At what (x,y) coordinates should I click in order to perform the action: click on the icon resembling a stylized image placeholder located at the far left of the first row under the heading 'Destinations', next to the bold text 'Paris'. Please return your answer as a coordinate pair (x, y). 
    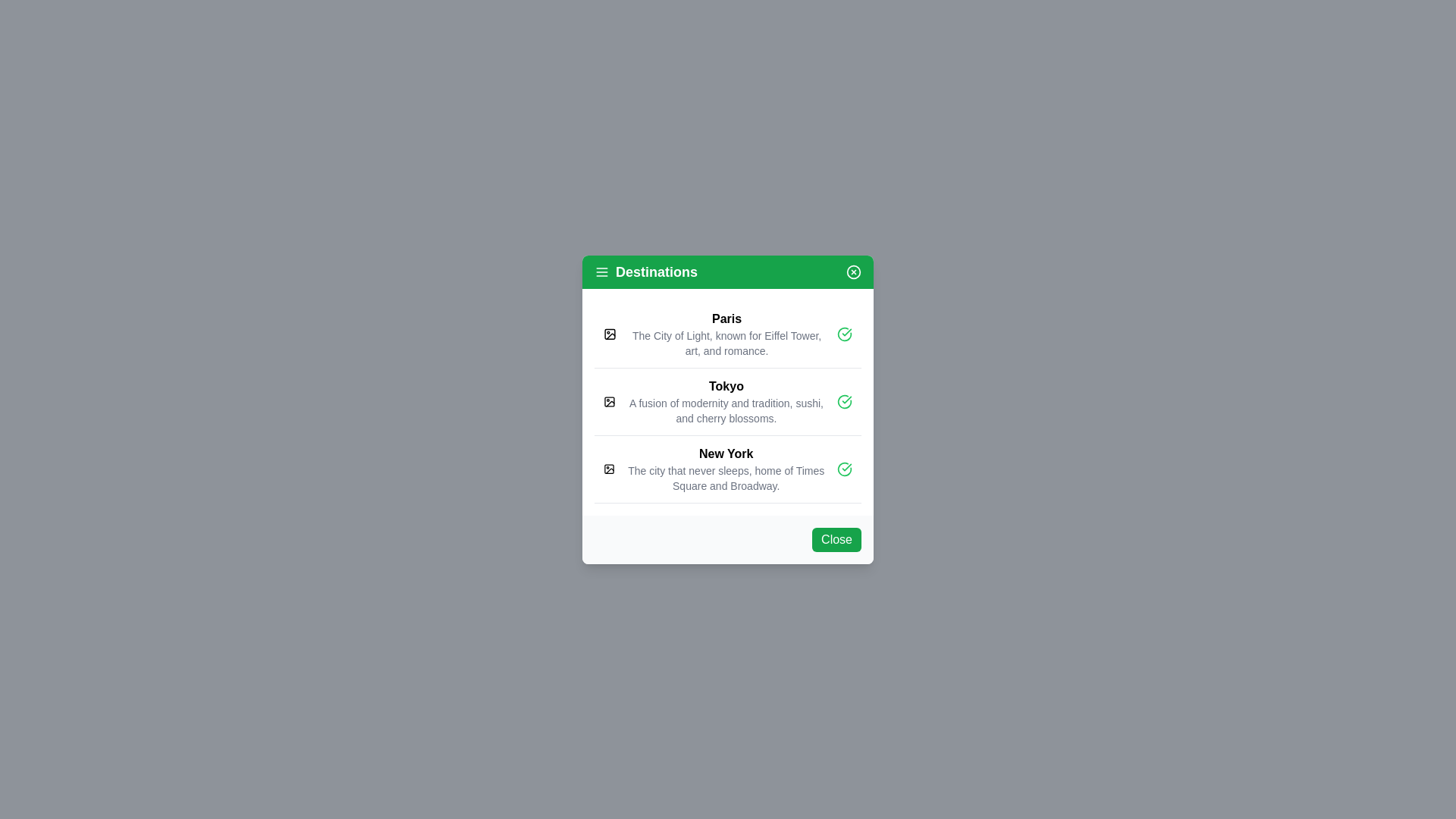
    Looking at the image, I should click on (610, 333).